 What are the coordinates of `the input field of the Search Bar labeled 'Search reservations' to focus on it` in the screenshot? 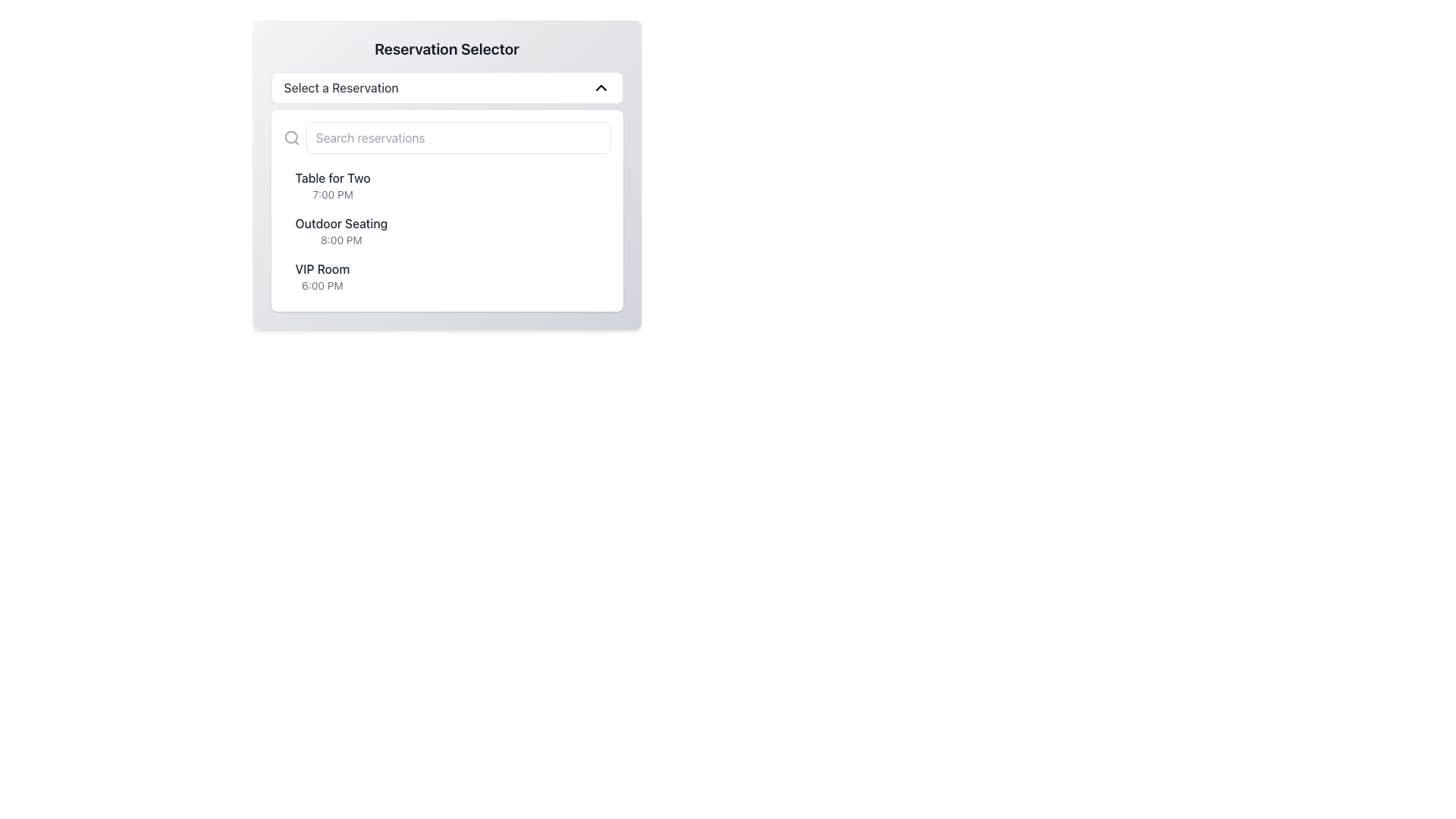 It's located at (446, 137).